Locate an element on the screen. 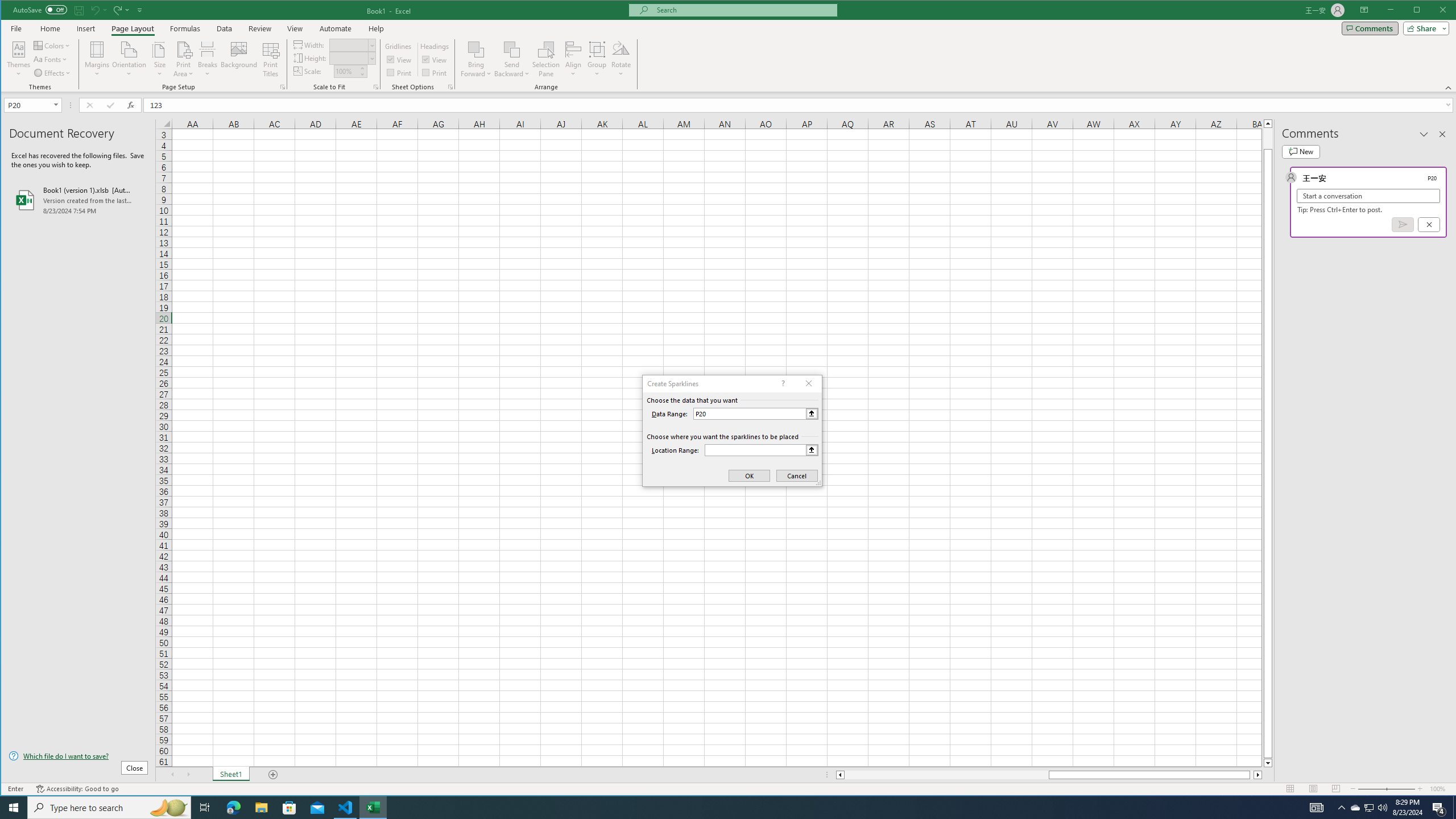 Image resolution: width=1456 pixels, height=819 pixels. 'Size' is located at coordinates (160, 59).